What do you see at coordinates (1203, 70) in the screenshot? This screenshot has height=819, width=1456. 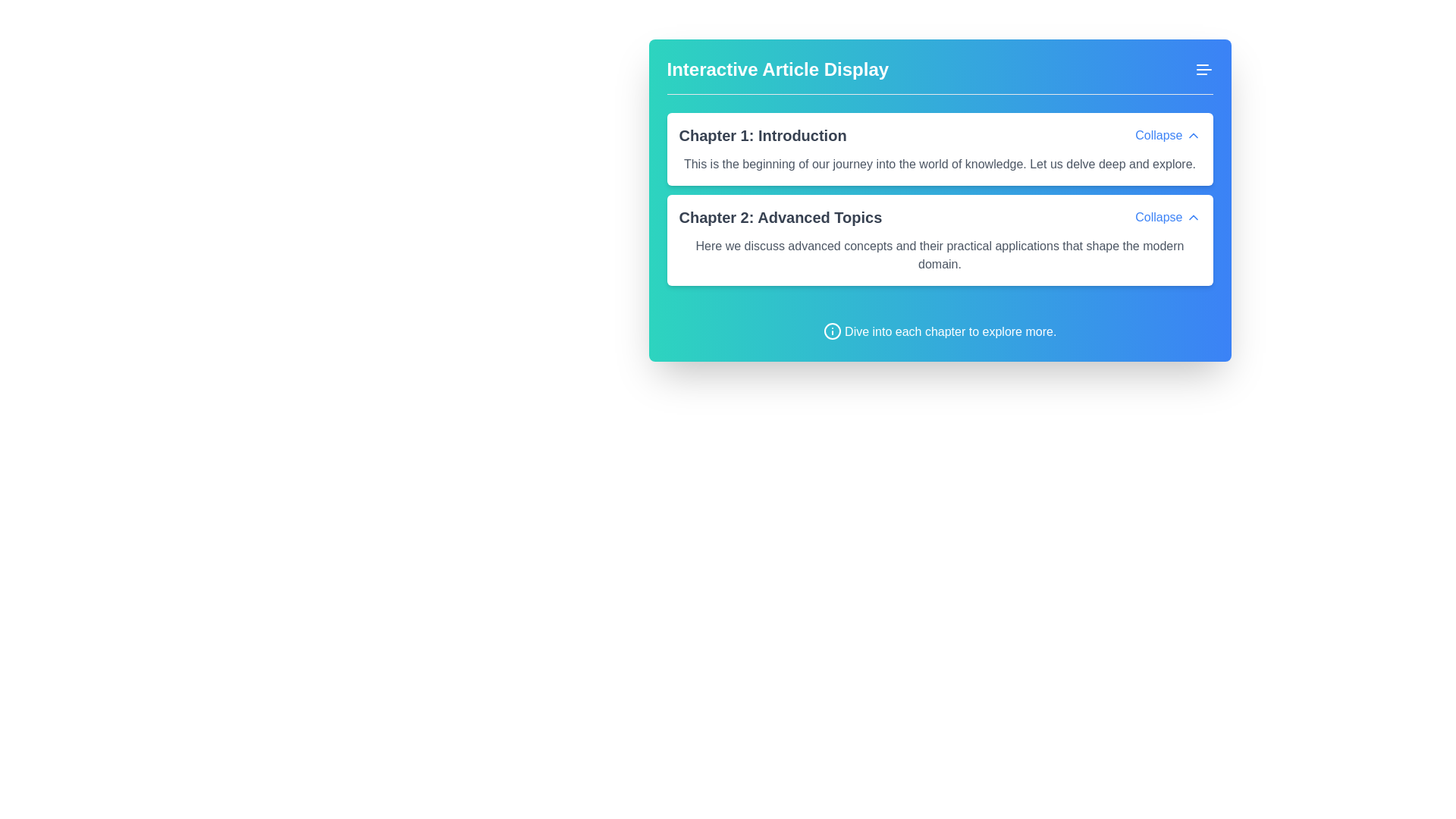 I see `the menu toggle icon located at the top-right corner of the blue header area of the 'Interactive Article Display'` at bounding box center [1203, 70].